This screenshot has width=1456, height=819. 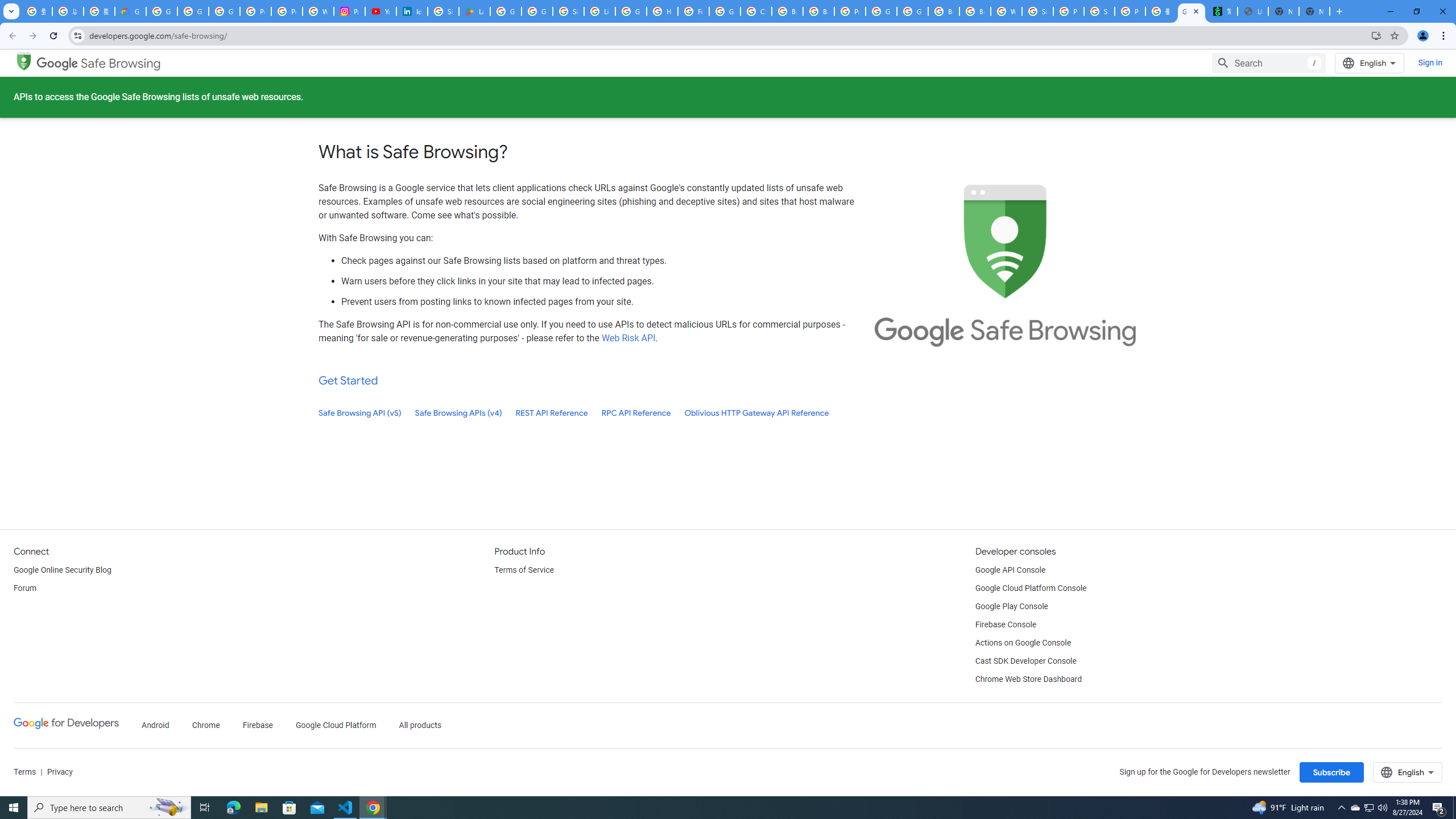 I want to click on 'Google Workspace - Specific Terms', so click(x=536, y=11).